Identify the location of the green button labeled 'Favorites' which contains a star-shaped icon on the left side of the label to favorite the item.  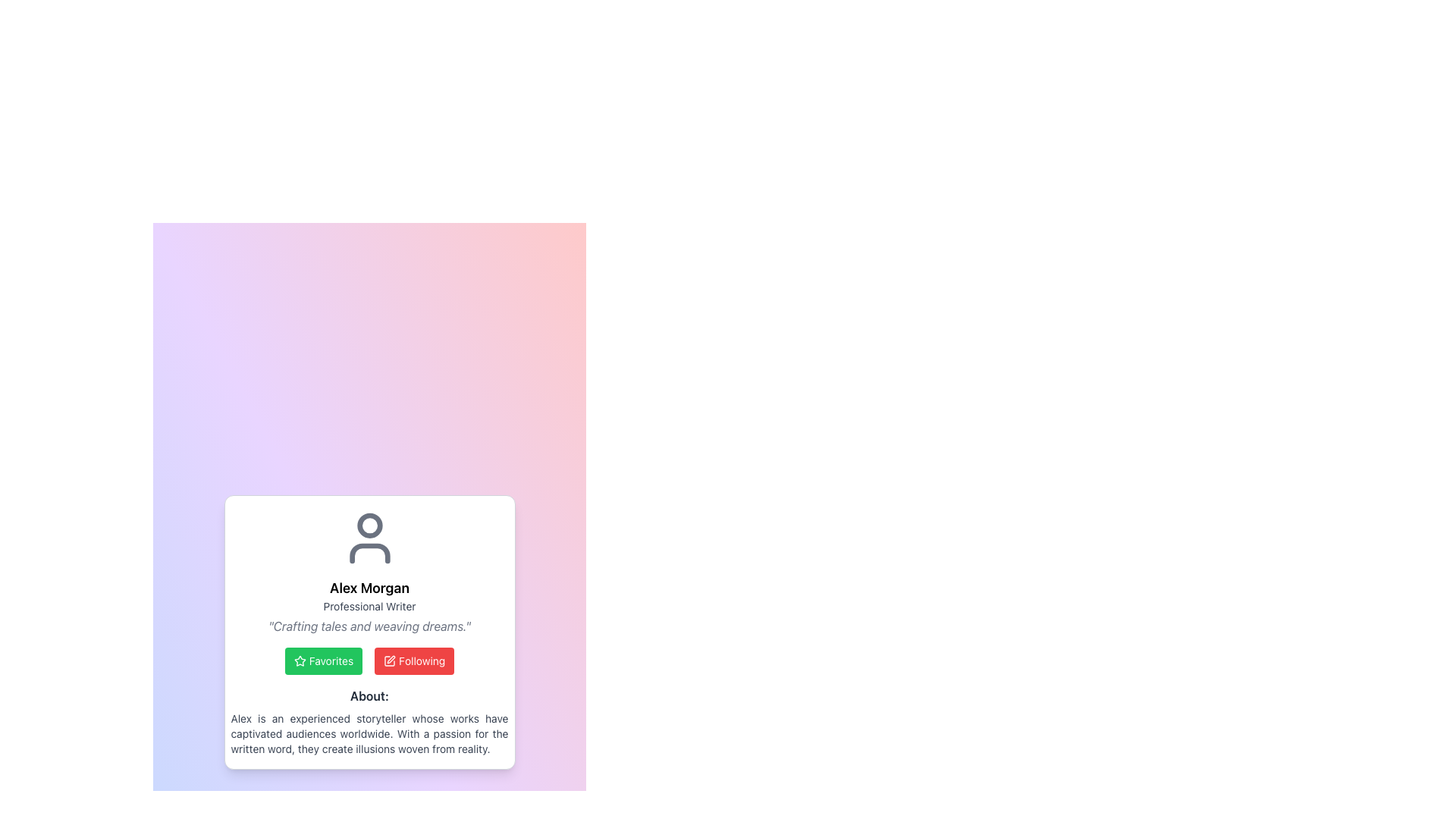
(300, 660).